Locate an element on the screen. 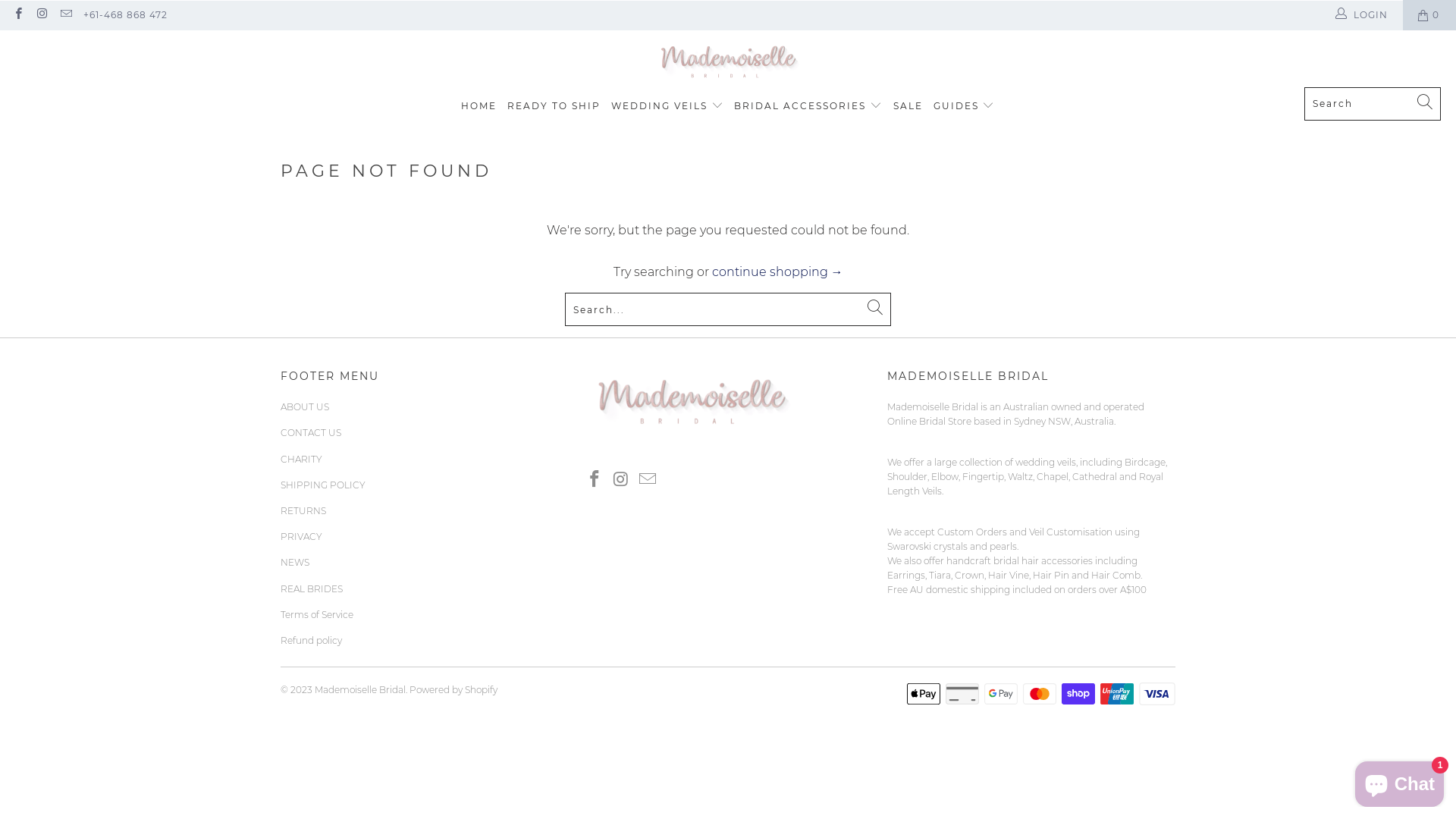 This screenshot has width=1456, height=819. 'RETURNS' is located at coordinates (303, 510).